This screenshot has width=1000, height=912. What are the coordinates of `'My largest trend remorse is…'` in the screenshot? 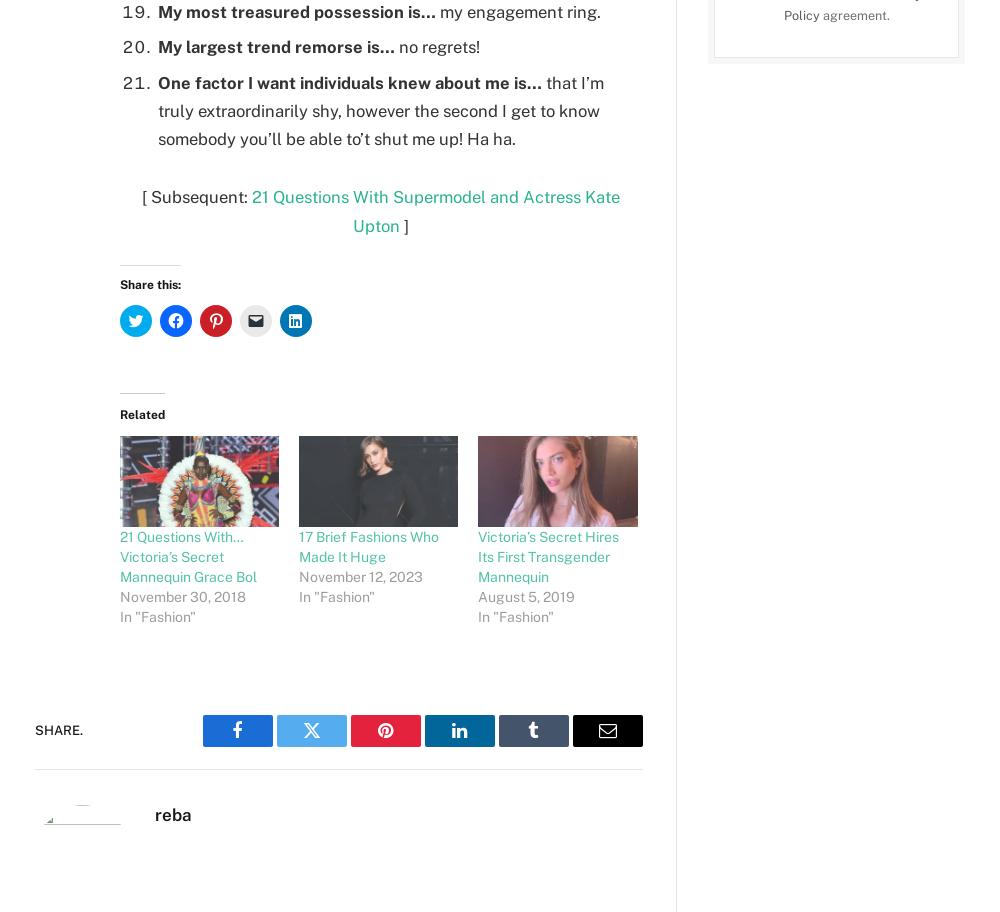 It's located at (158, 45).